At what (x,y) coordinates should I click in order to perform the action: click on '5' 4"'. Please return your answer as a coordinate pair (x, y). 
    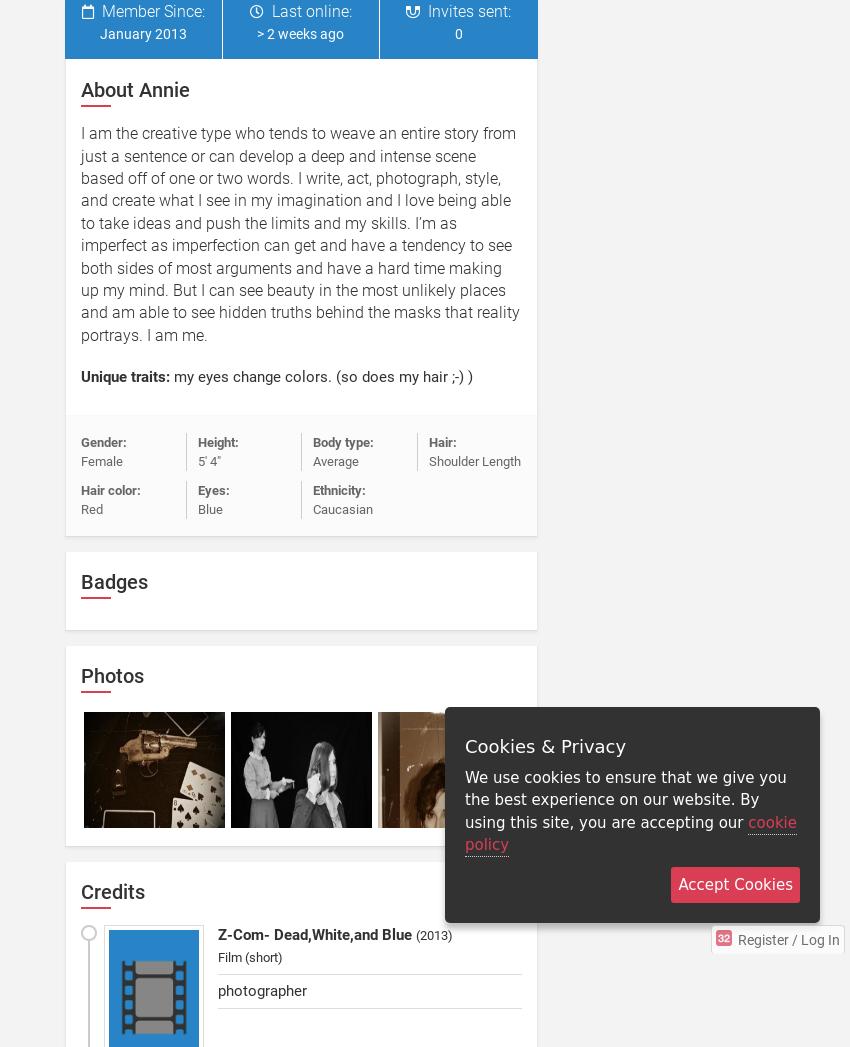
    Looking at the image, I should click on (207, 460).